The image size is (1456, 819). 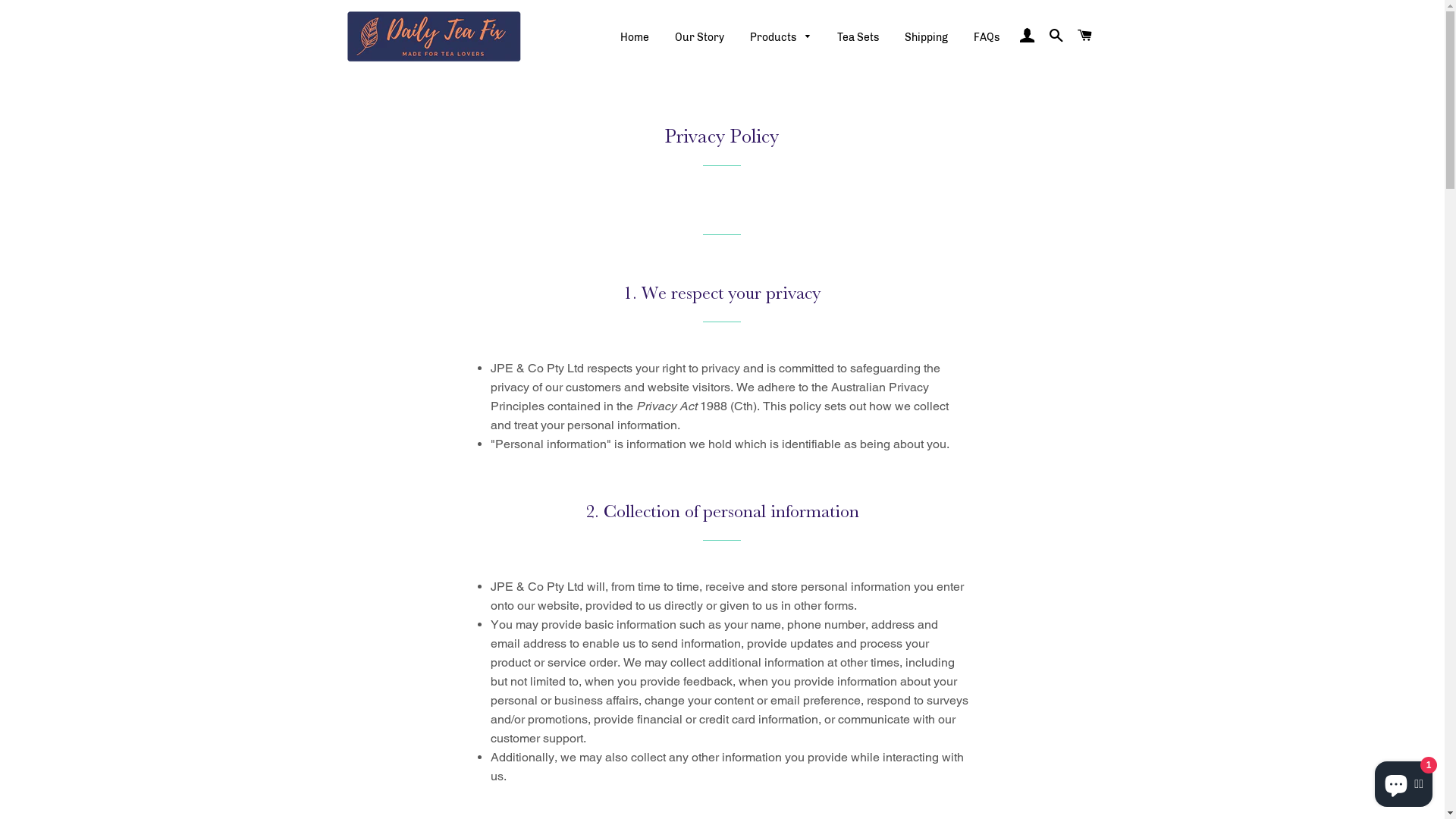 I want to click on 'Log In', so click(x=1026, y=35).